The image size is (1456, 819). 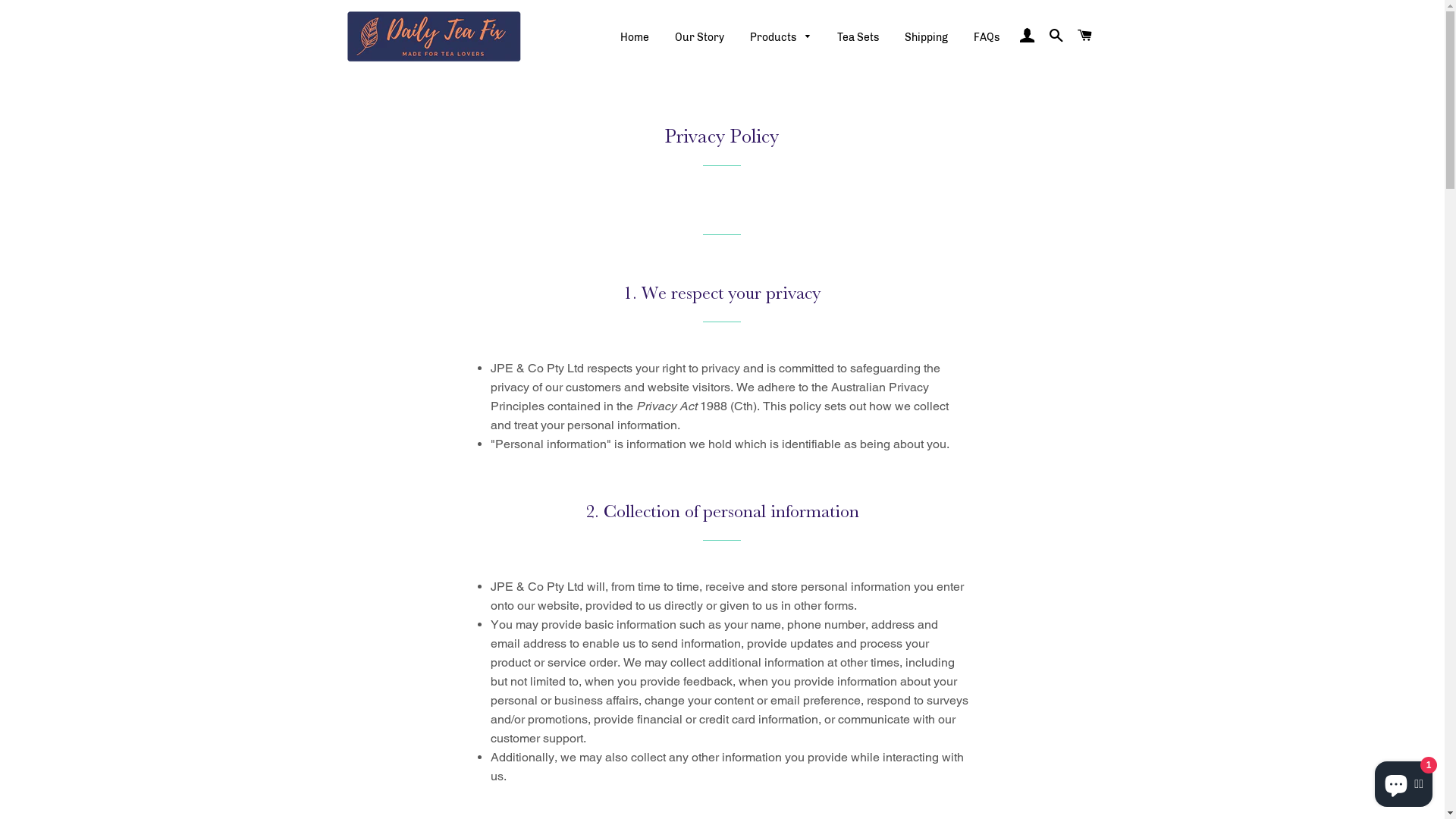 I want to click on 'Log In', so click(x=1026, y=35).